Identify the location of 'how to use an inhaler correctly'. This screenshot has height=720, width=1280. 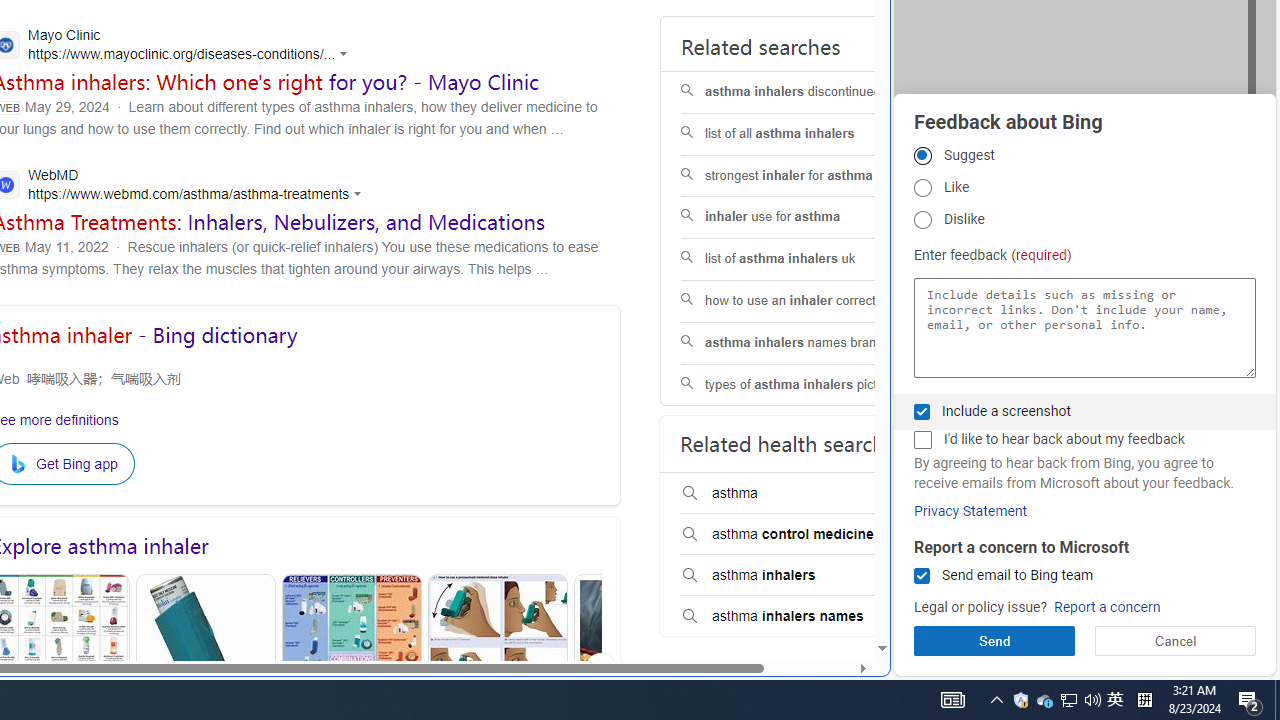
(807, 301).